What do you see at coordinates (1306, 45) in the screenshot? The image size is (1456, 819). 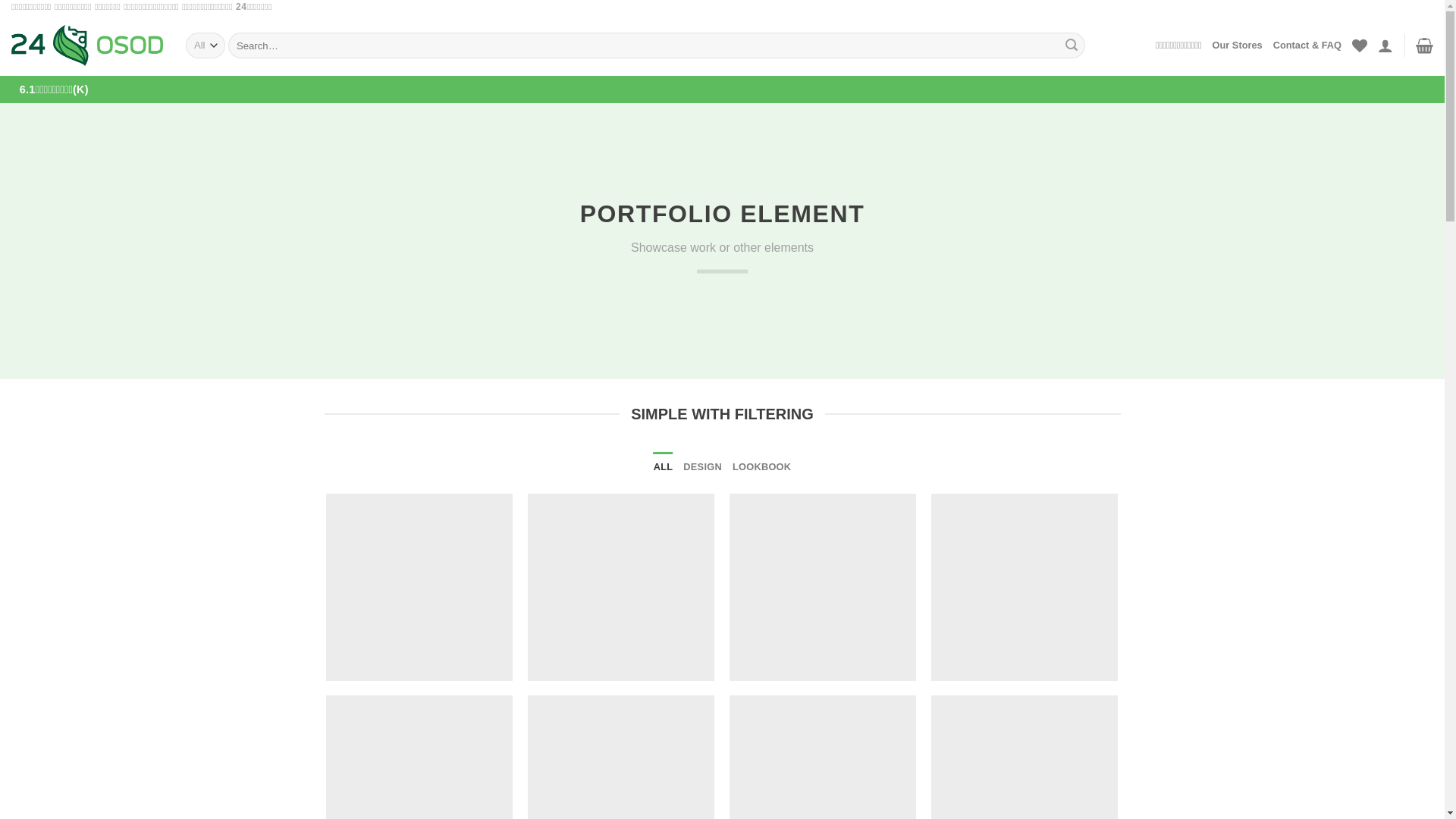 I see `'Contact & FAQ'` at bounding box center [1306, 45].